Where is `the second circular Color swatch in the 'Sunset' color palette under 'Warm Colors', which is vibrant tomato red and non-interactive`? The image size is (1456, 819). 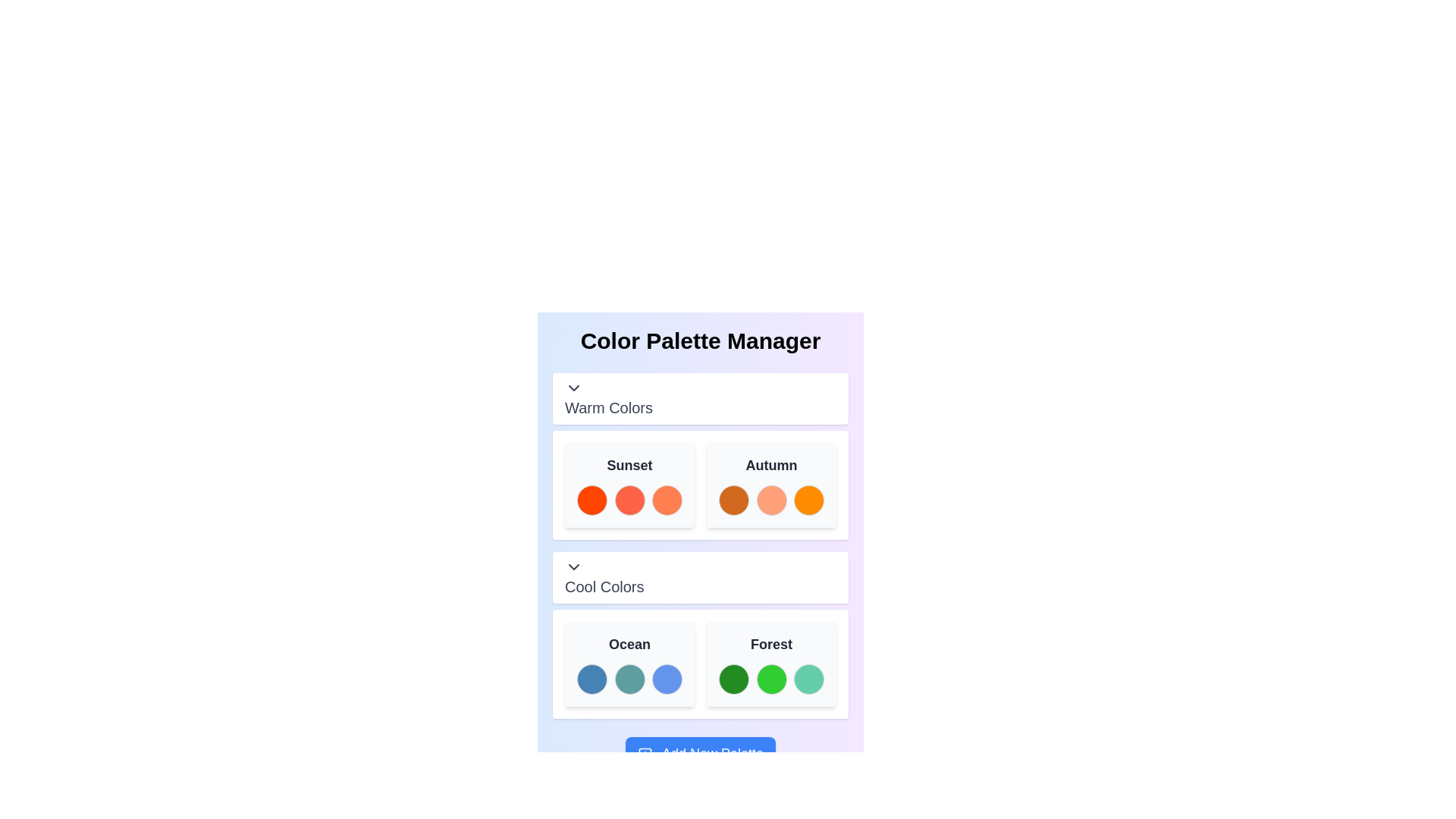 the second circular Color swatch in the 'Sunset' color palette under 'Warm Colors', which is vibrant tomato red and non-interactive is located at coordinates (629, 500).